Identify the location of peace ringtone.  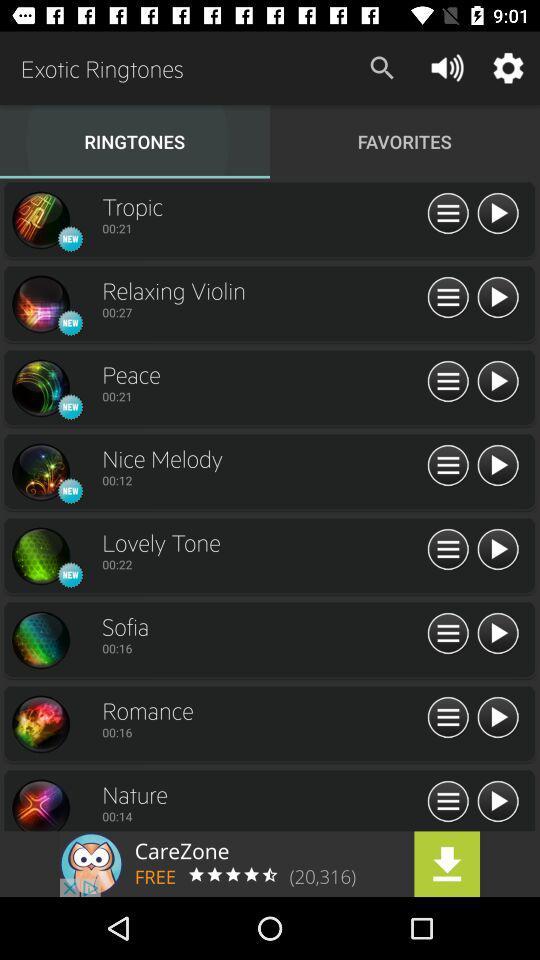
(40, 387).